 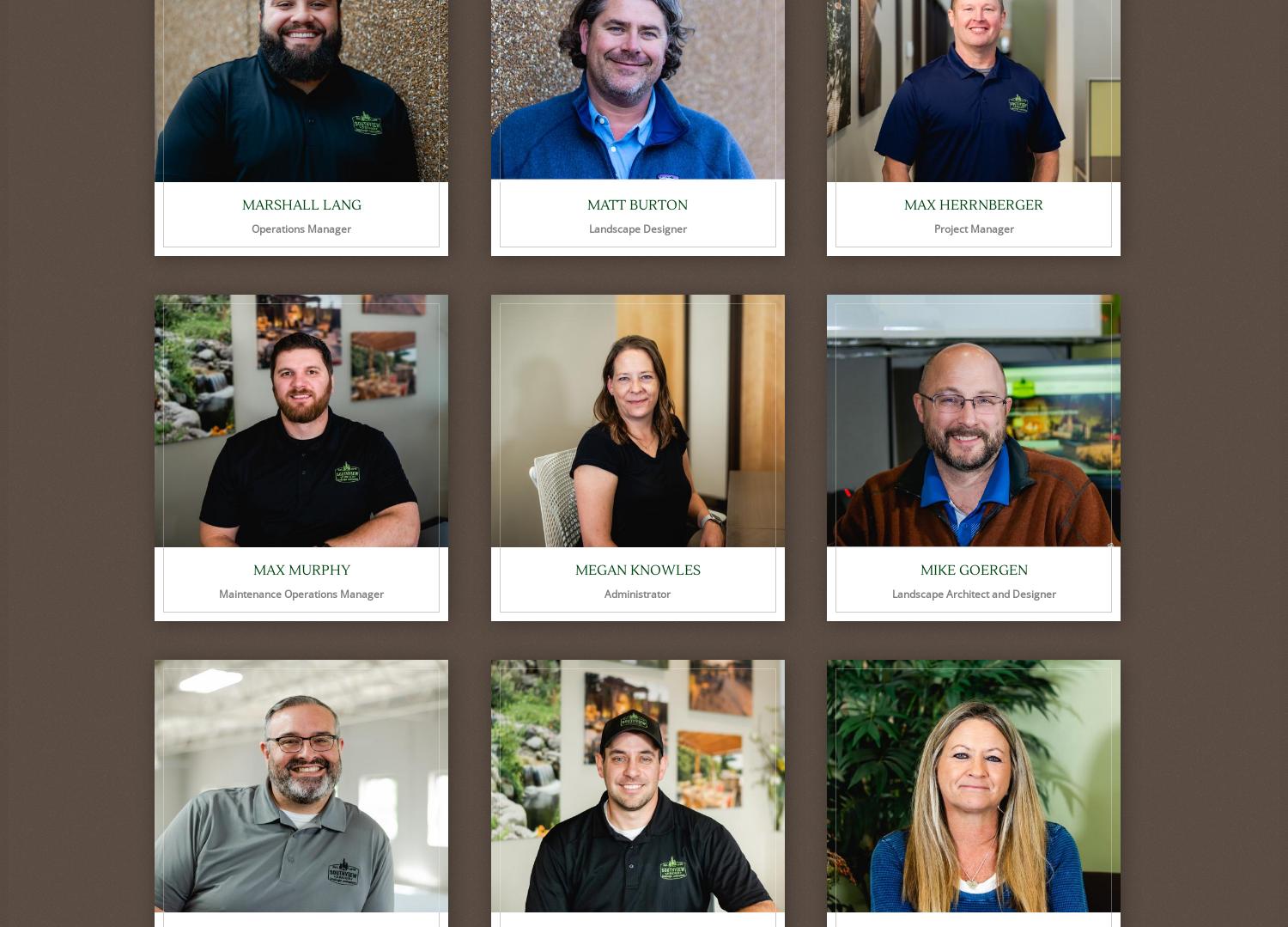 What do you see at coordinates (636, 570) in the screenshot?
I see `'Megan Knowles'` at bounding box center [636, 570].